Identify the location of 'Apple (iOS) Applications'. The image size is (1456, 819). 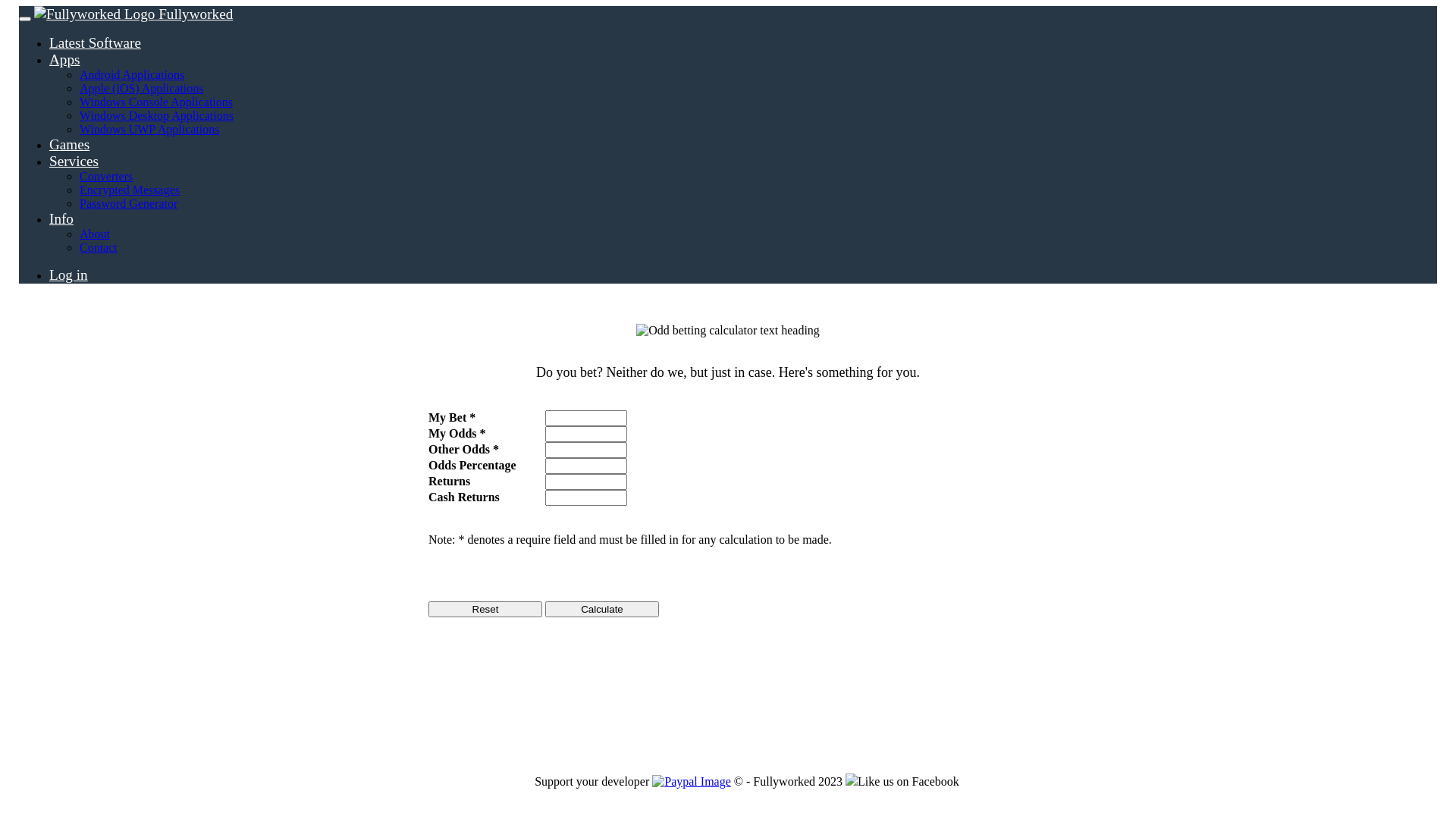
(142, 88).